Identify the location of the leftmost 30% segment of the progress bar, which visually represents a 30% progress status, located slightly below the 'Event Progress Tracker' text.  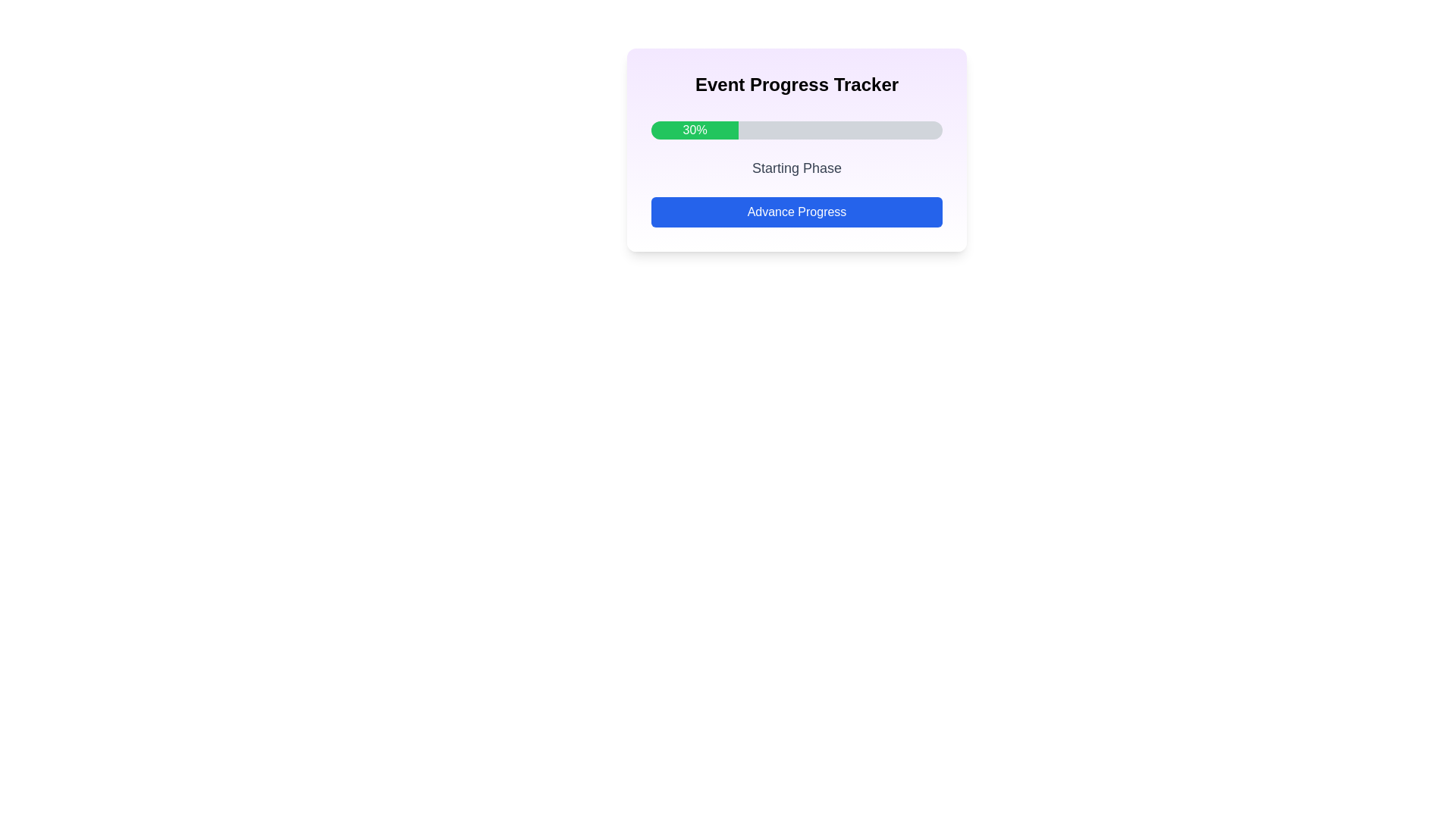
(694, 130).